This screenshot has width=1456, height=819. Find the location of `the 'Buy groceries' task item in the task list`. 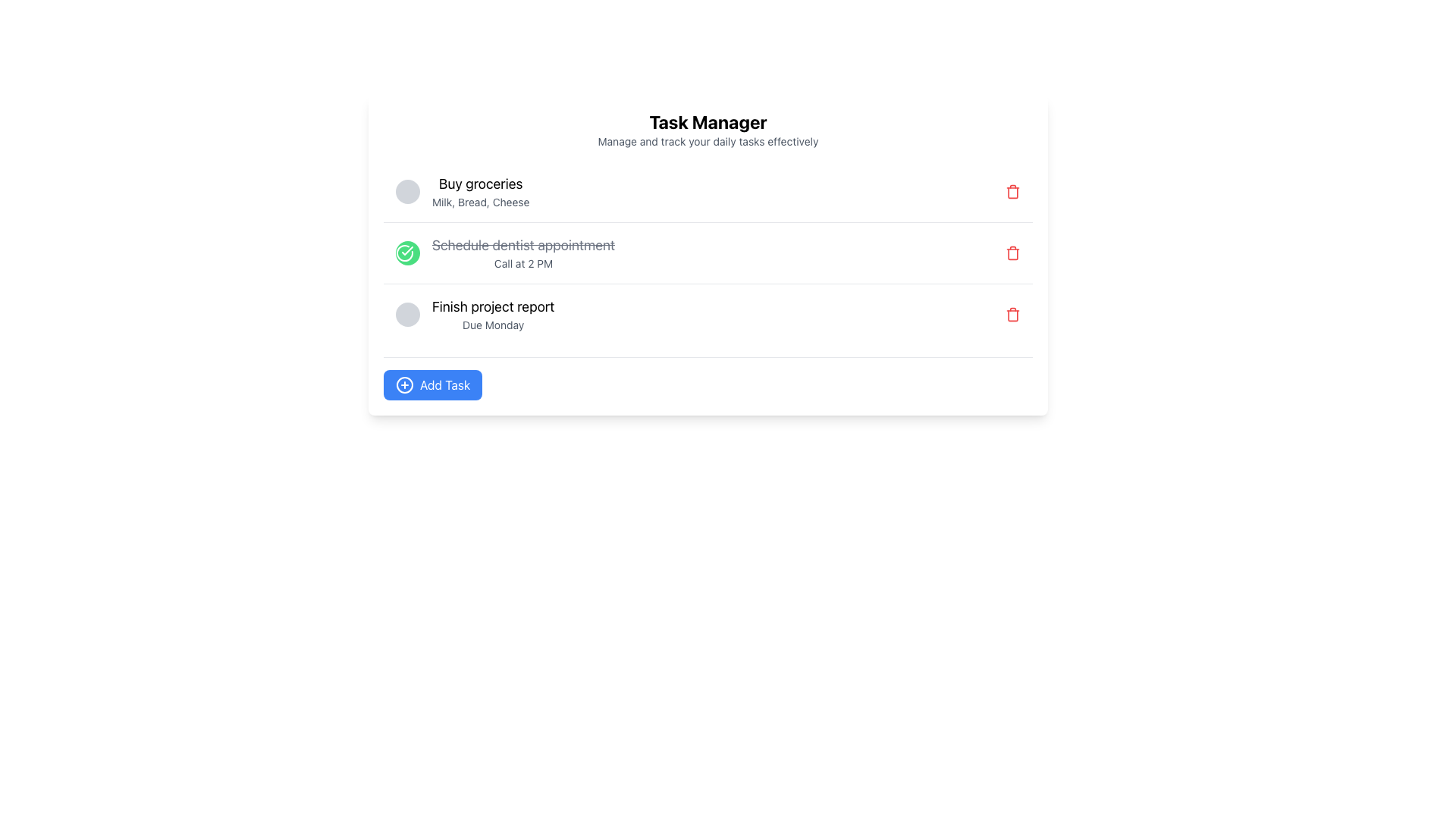

the 'Buy groceries' task item in the task list is located at coordinates (462, 191).